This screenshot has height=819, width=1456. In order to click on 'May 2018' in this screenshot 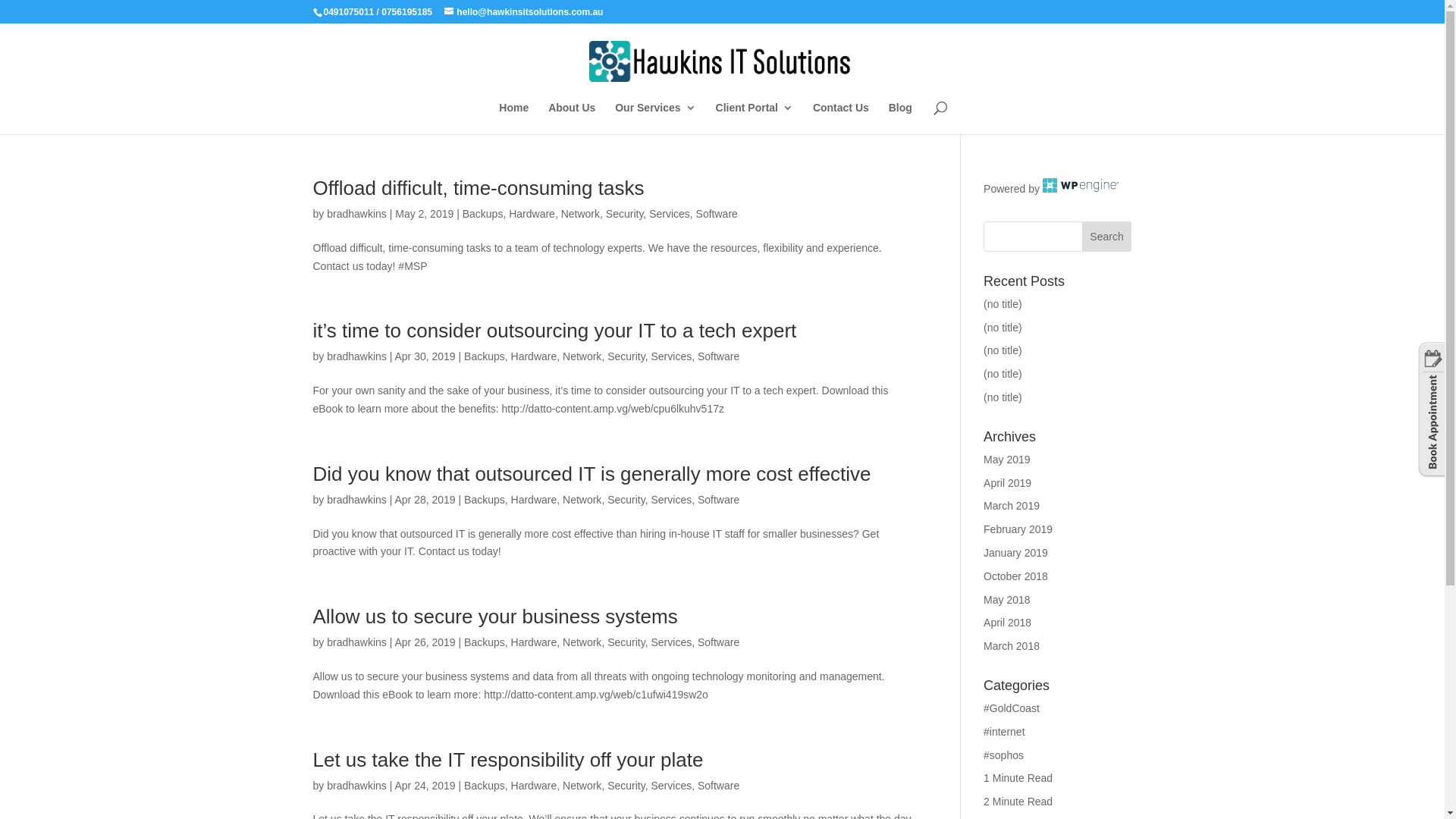, I will do `click(983, 598)`.